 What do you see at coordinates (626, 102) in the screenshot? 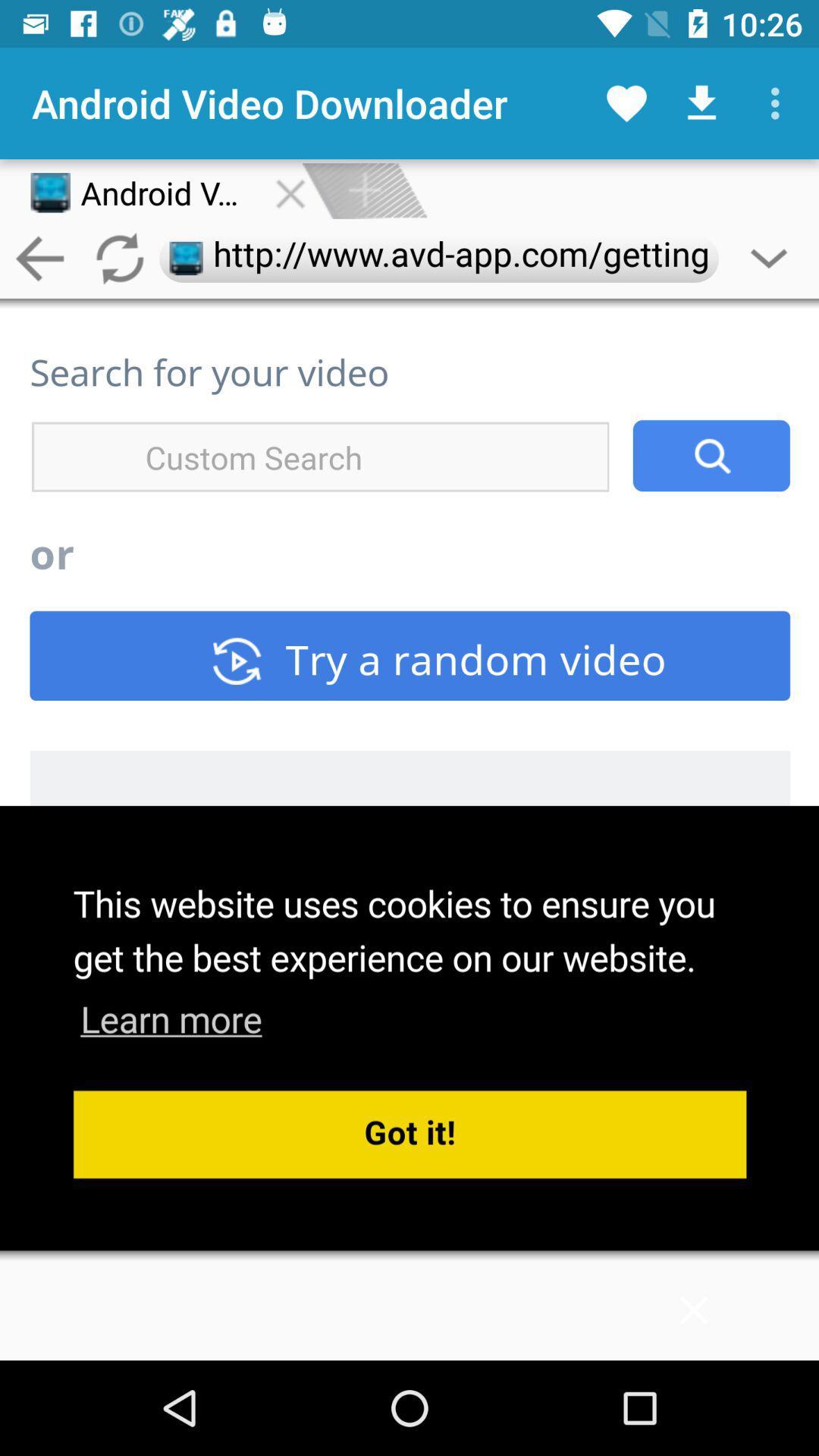
I see `the favorites icon` at bounding box center [626, 102].